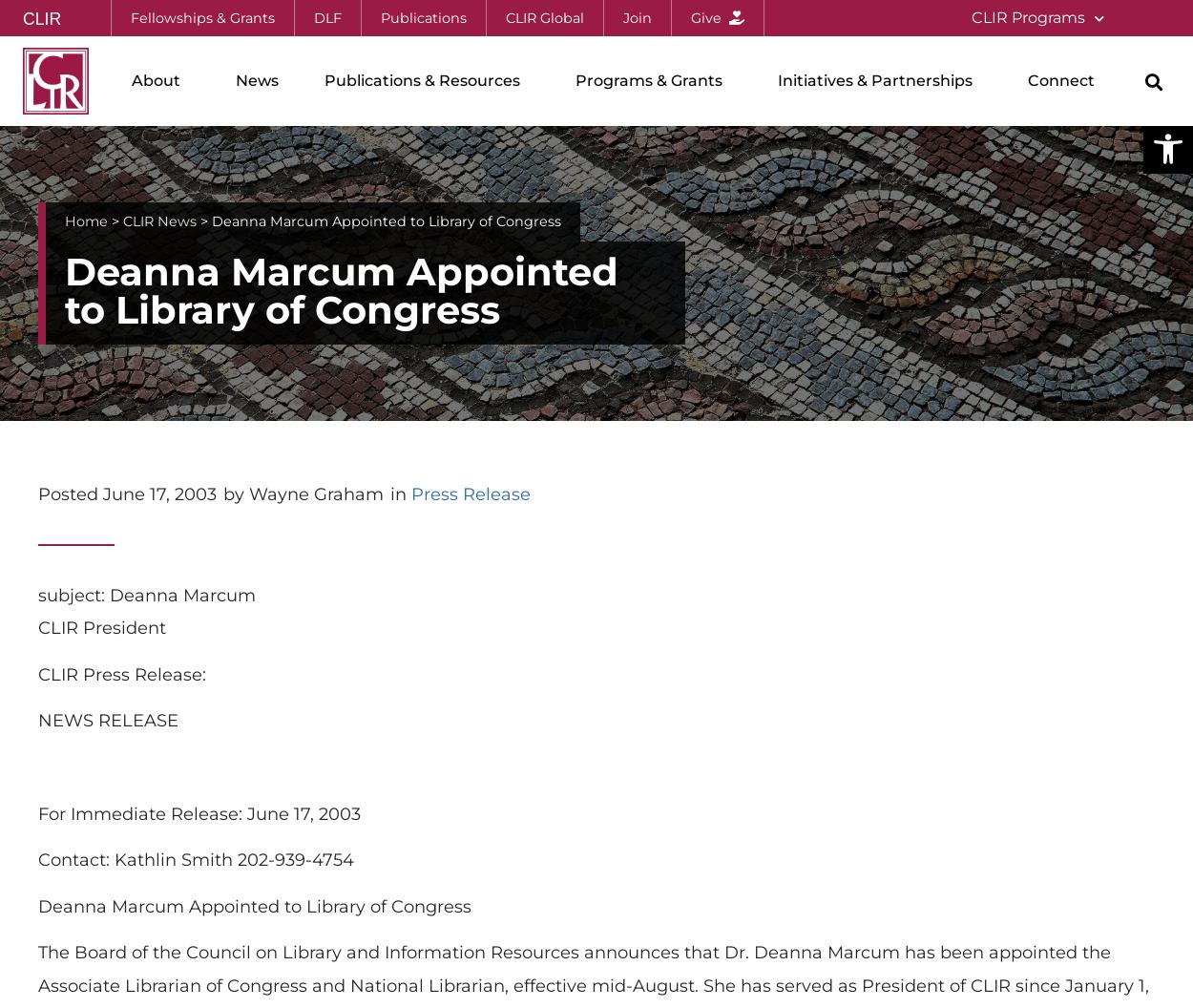 The width and height of the screenshot is (1193, 1008). What do you see at coordinates (201, 18) in the screenshot?
I see `'Fellowships & Grants'` at bounding box center [201, 18].